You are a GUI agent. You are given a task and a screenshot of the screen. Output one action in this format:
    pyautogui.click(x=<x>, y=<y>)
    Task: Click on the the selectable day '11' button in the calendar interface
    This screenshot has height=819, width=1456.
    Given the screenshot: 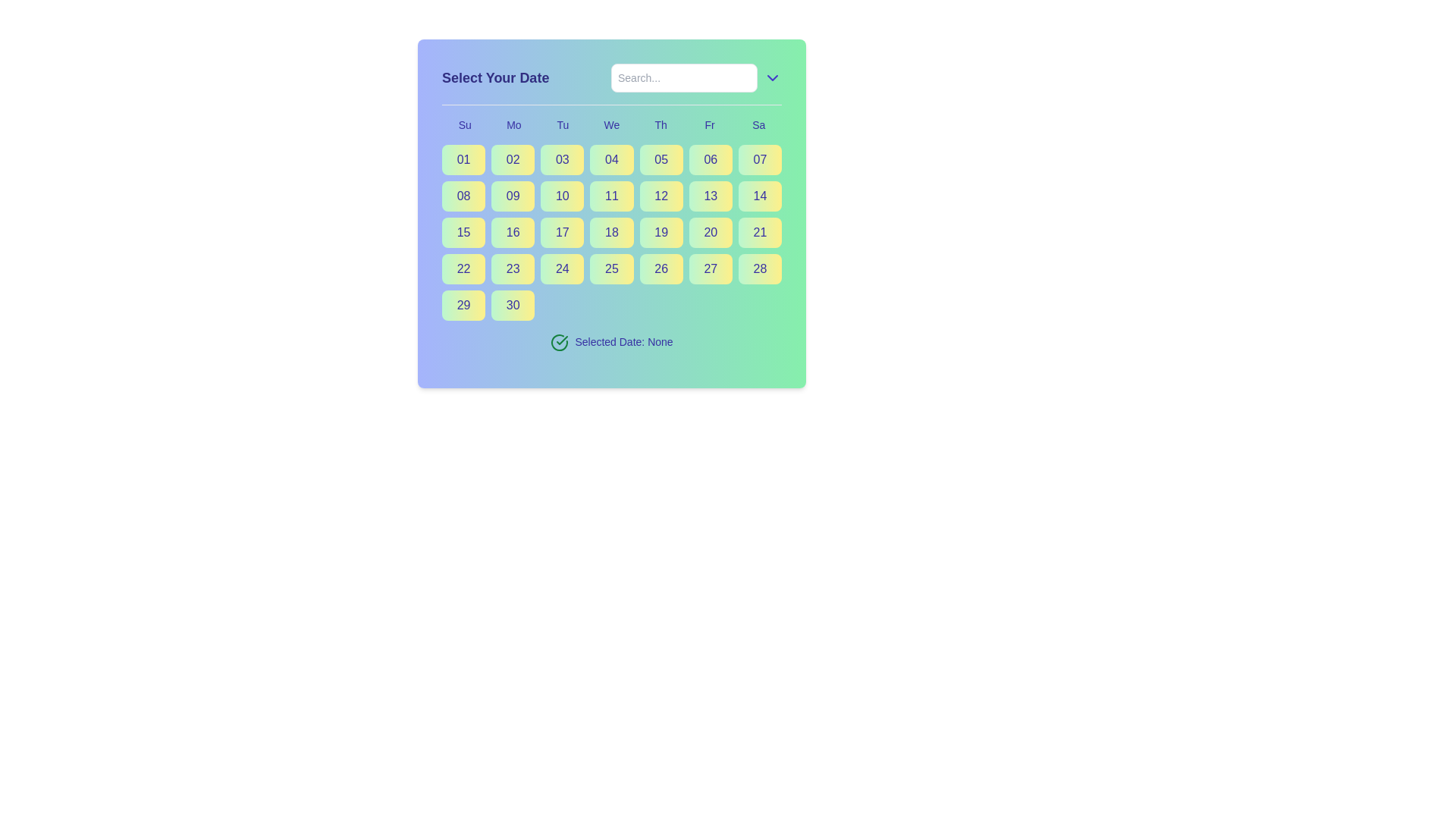 What is the action you would take?
    pyautogui.click(x=611, y=195)
    